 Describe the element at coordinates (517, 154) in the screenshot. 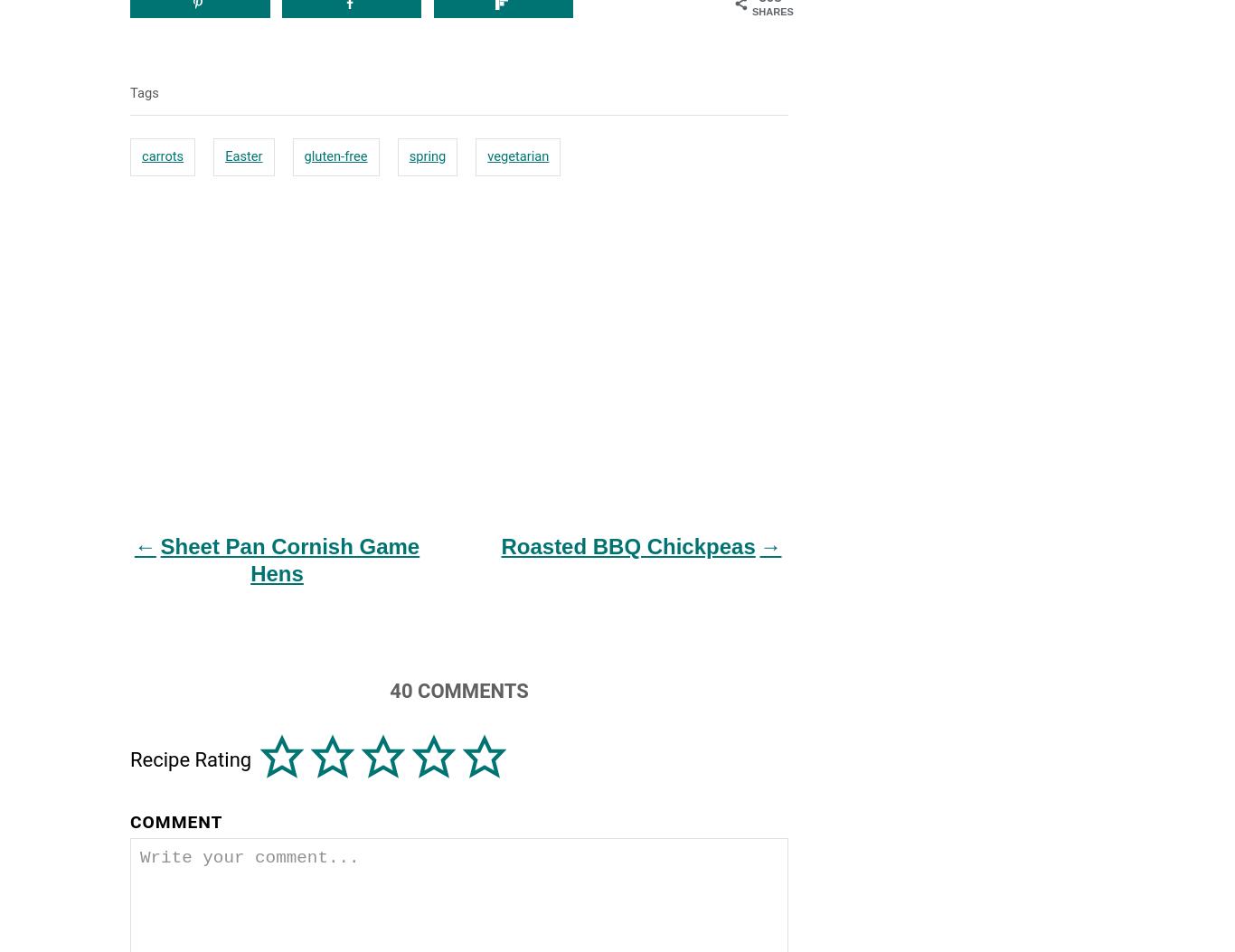

I see `'vegetarian'` at that location.